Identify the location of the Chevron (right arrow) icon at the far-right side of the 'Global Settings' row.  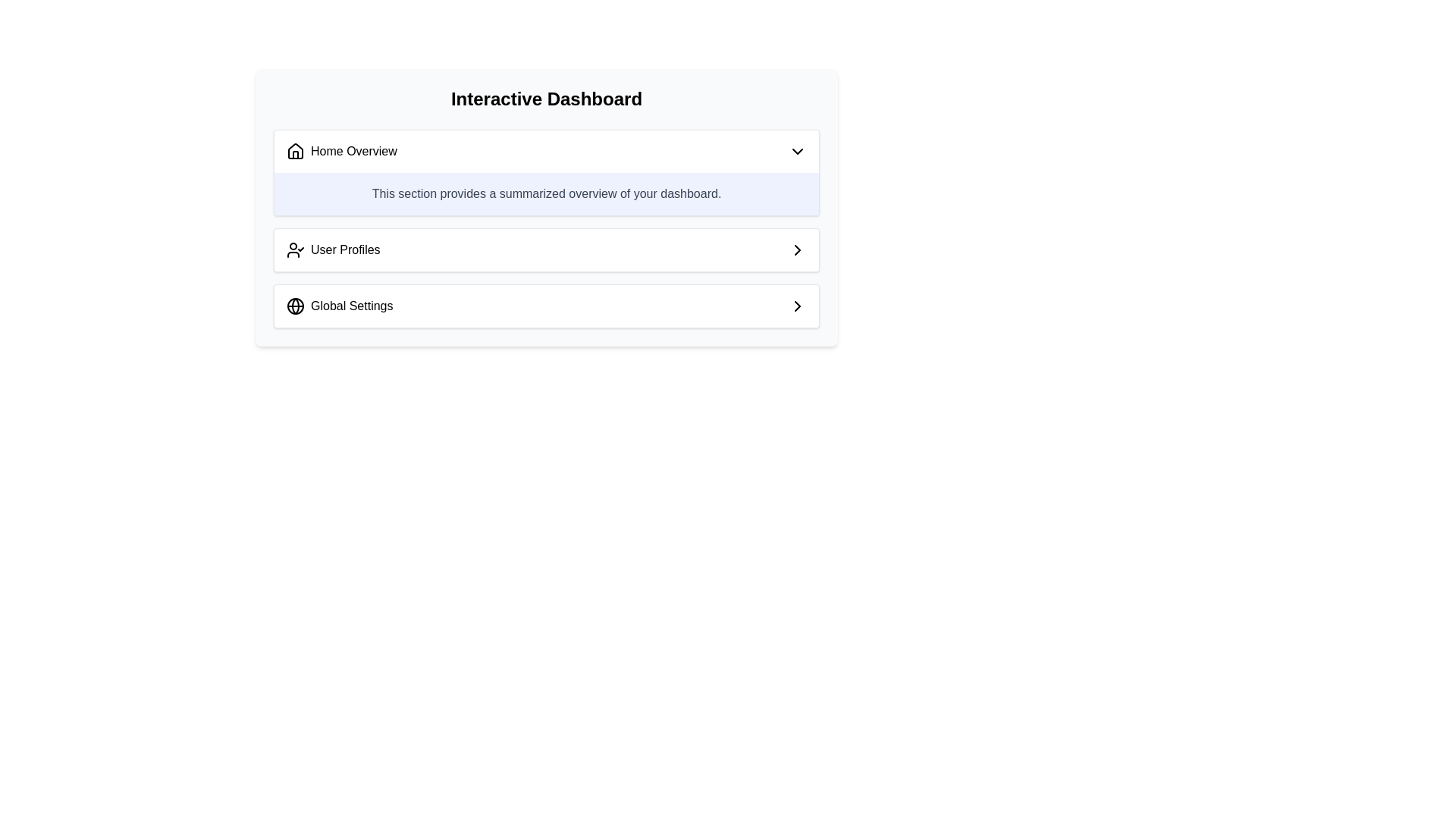
(796, 306).